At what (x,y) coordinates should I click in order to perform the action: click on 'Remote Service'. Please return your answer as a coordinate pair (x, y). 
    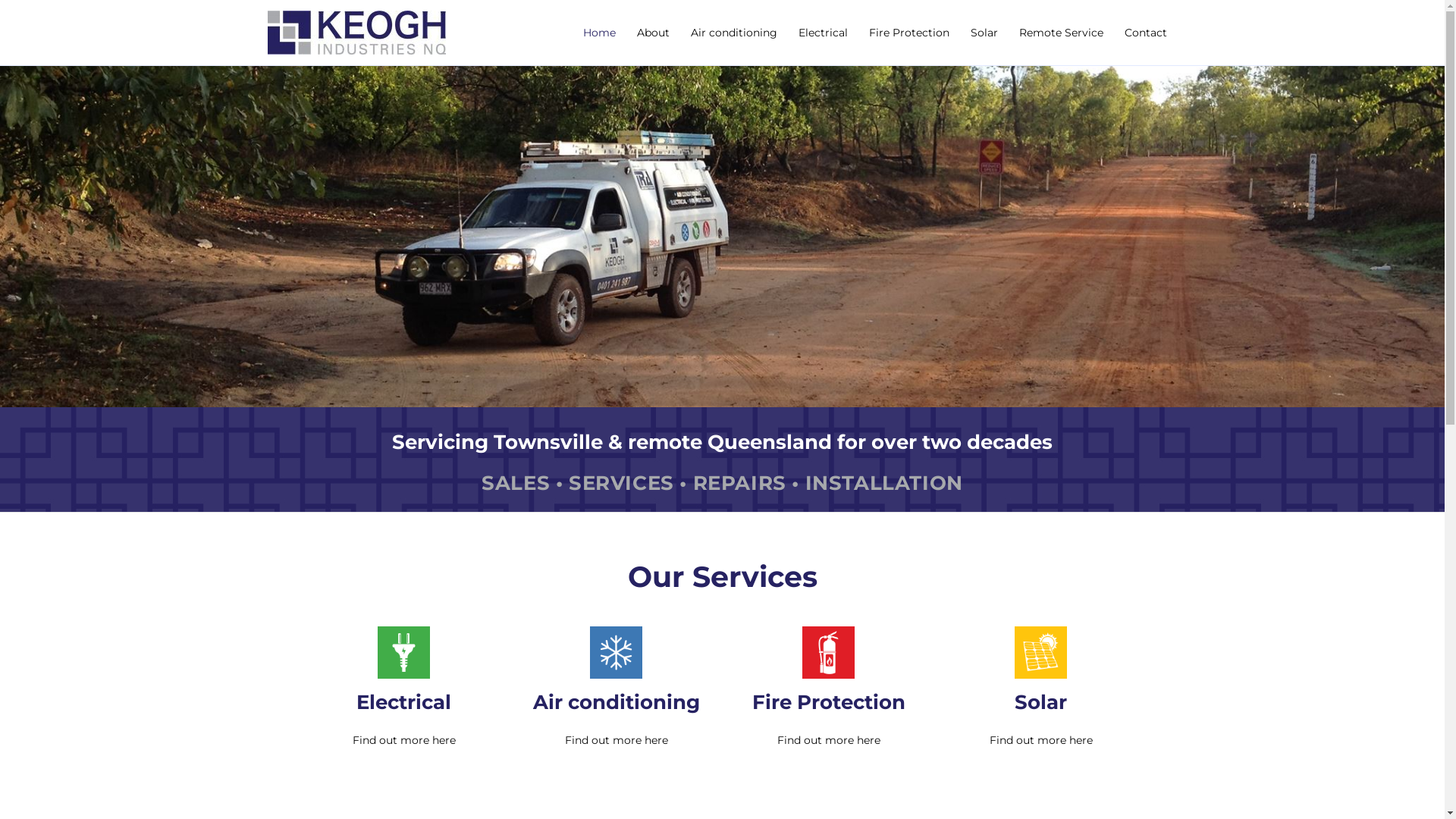
    Looking at the image, I should click on (1060, 32).